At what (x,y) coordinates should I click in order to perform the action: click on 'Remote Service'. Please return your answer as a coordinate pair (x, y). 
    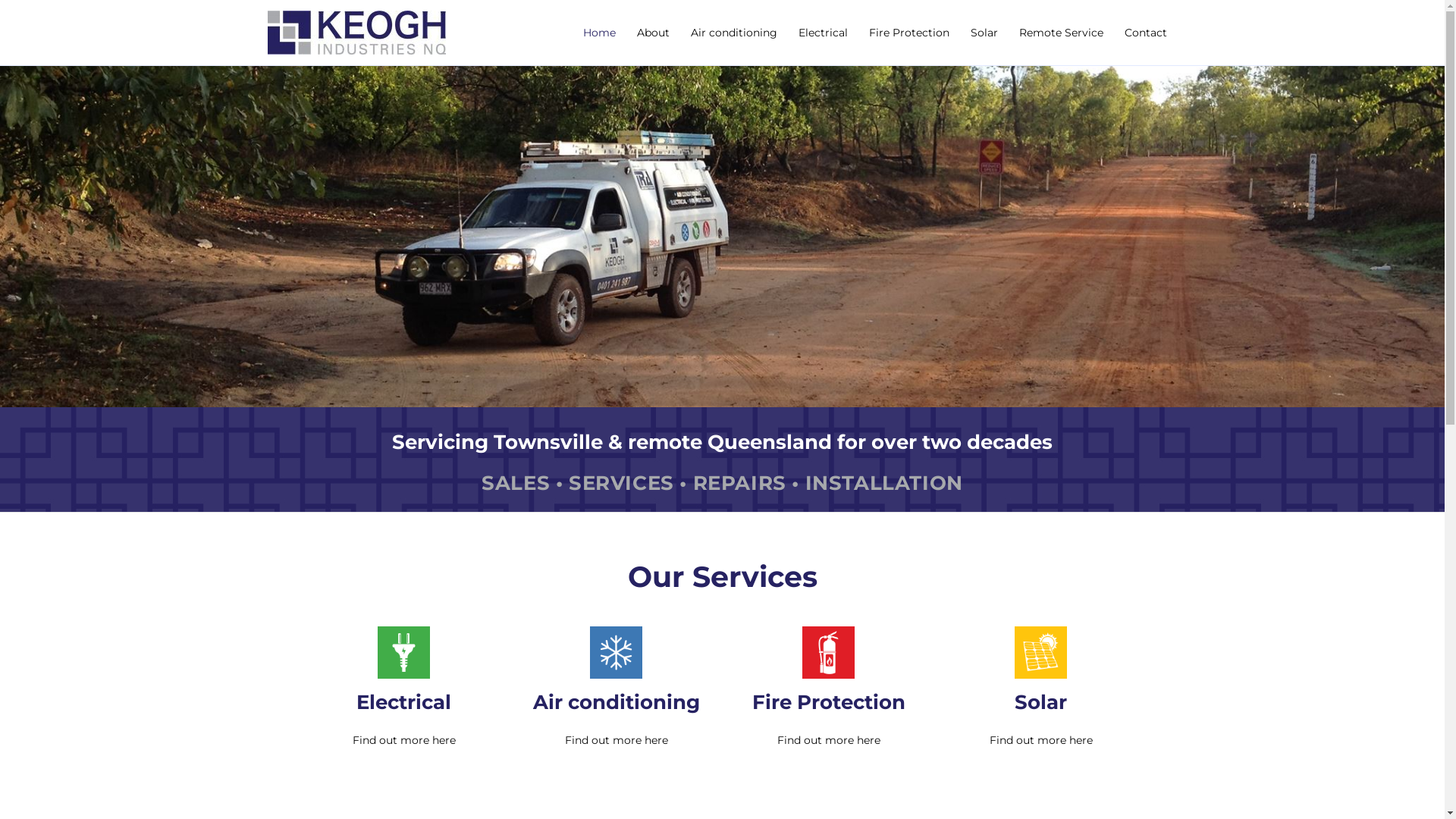
    Looking at the image, I should click on (1060, 32).